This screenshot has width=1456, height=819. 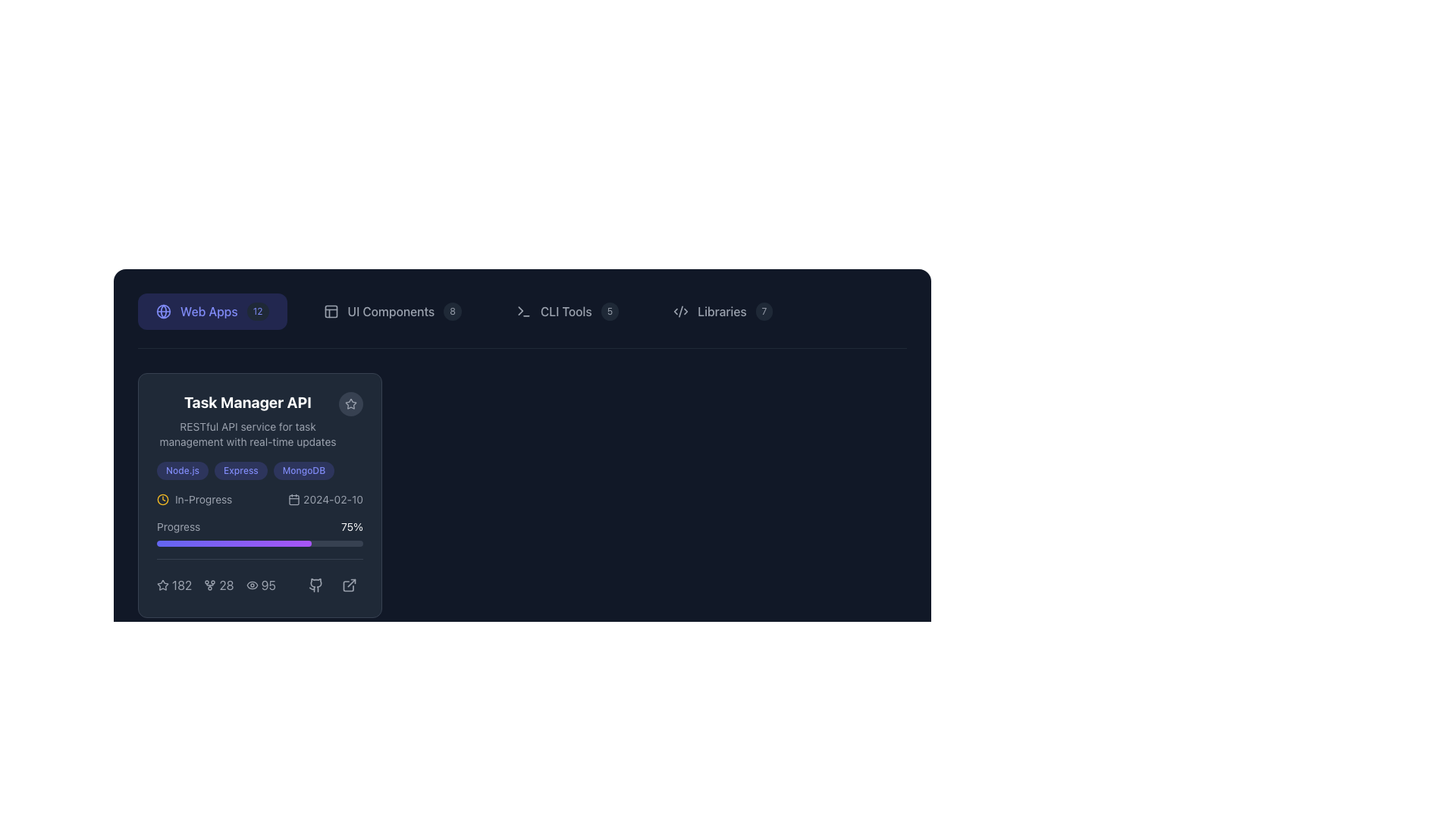 I want to click on text label 'CLI Tools' which is part of the horizontal navigation bar, located between a terminal icon and a badge showing the number '5', so click(x=565, y=311).